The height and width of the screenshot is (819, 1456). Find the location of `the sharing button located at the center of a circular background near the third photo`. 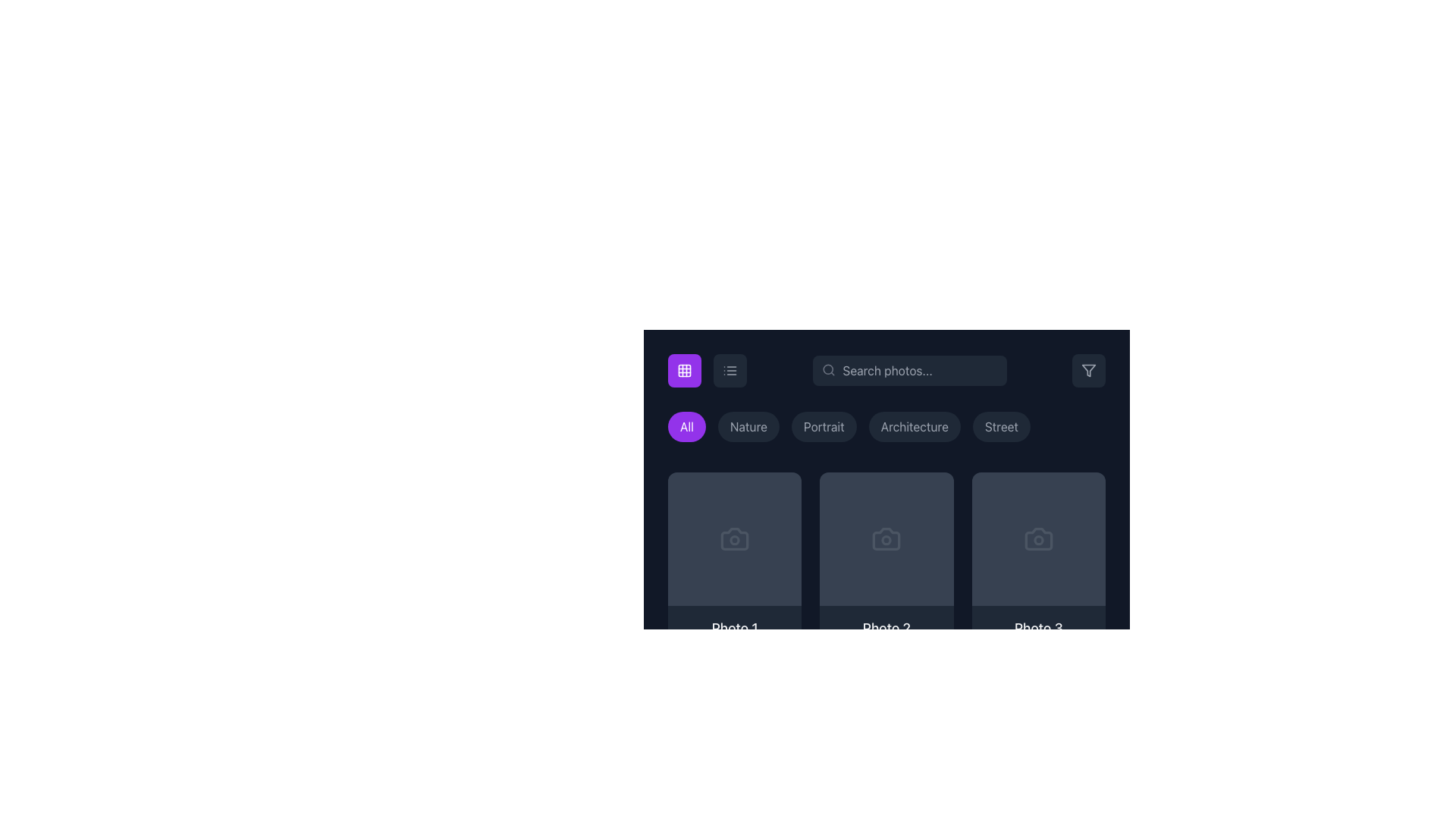

the sharing button located at the center of a circular background near the third photo is located at coordinates (1077, 538).